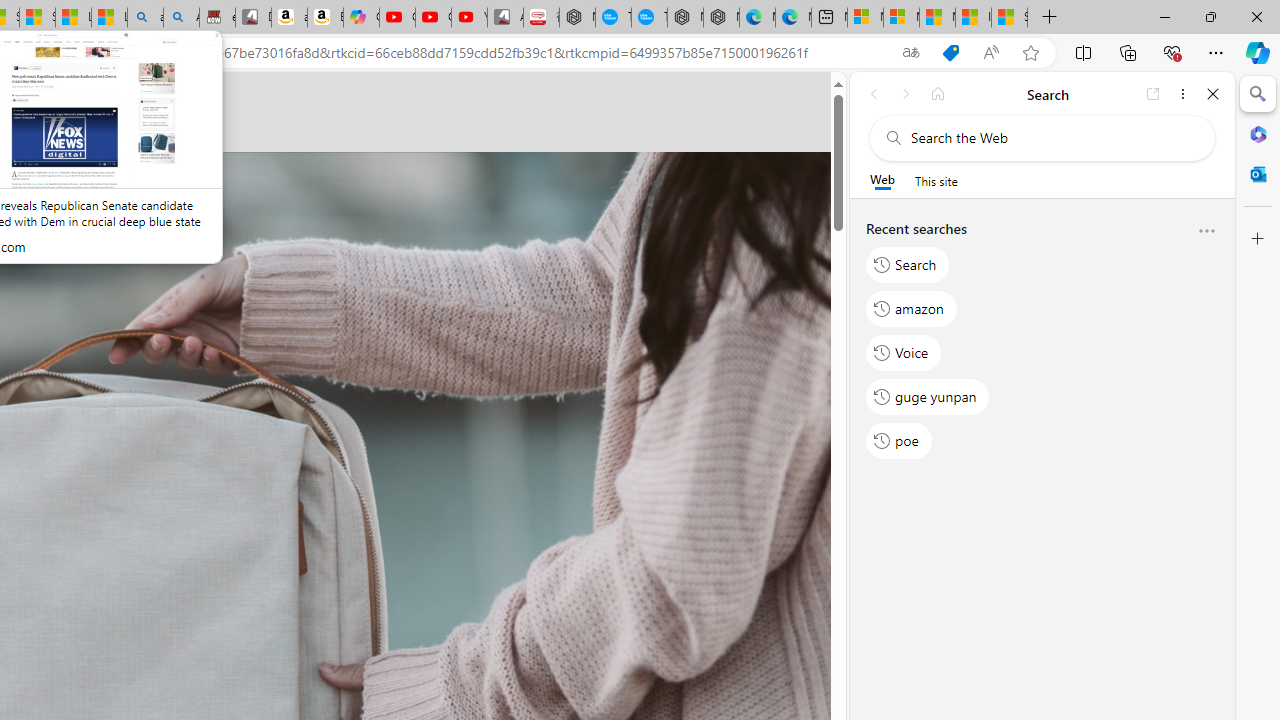  Describe the element at coordinates (1153, 93) in the screenshot. I see `'Open link in new tab'` at that location.